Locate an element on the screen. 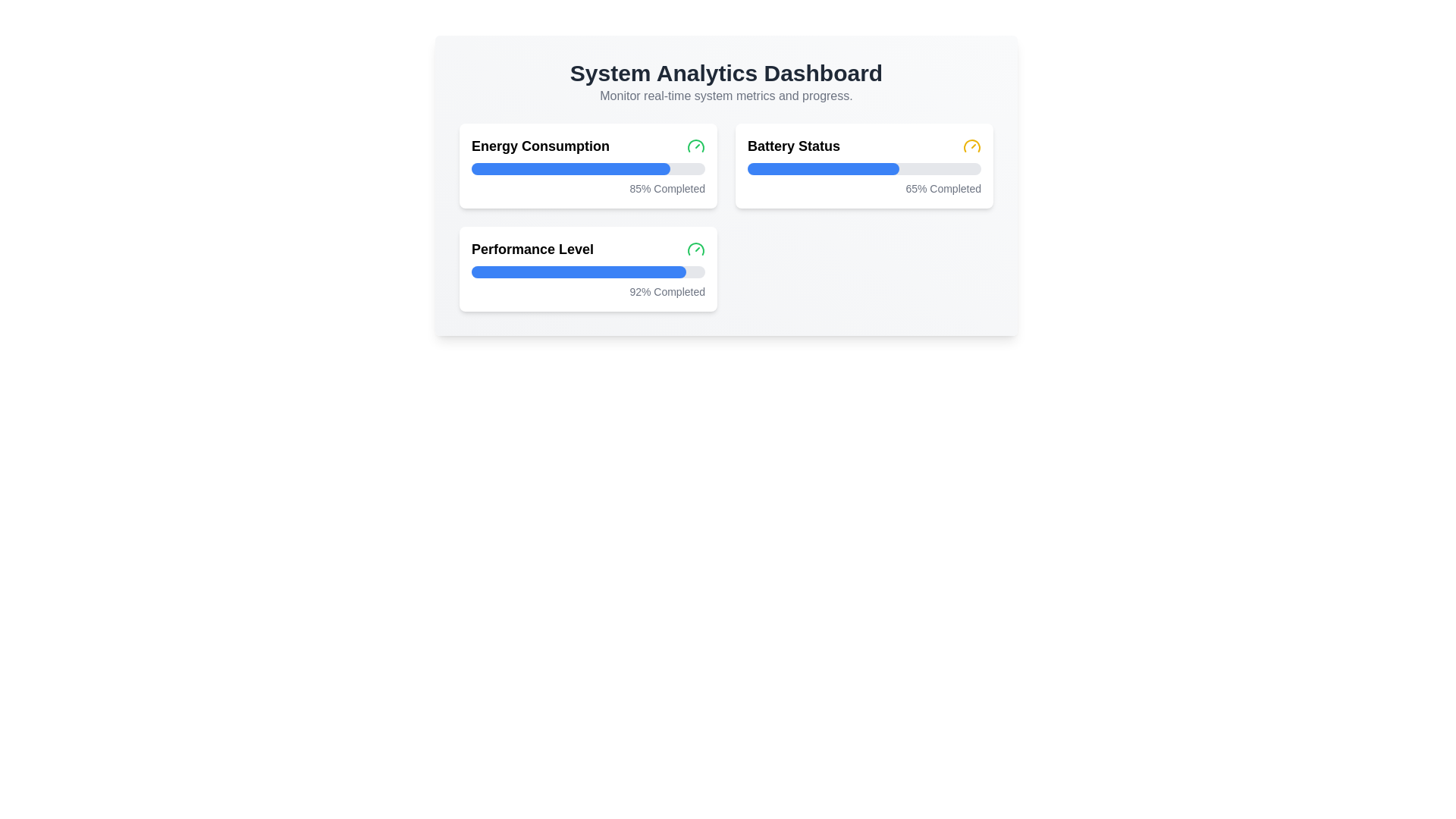 This screenshot has height=819, width=1456. the descriptive heading Text label located at the top-left of the bottom-left card in the grid layout, which clarifies the content's context related to performance metrics is located at coordinates (532, 248).